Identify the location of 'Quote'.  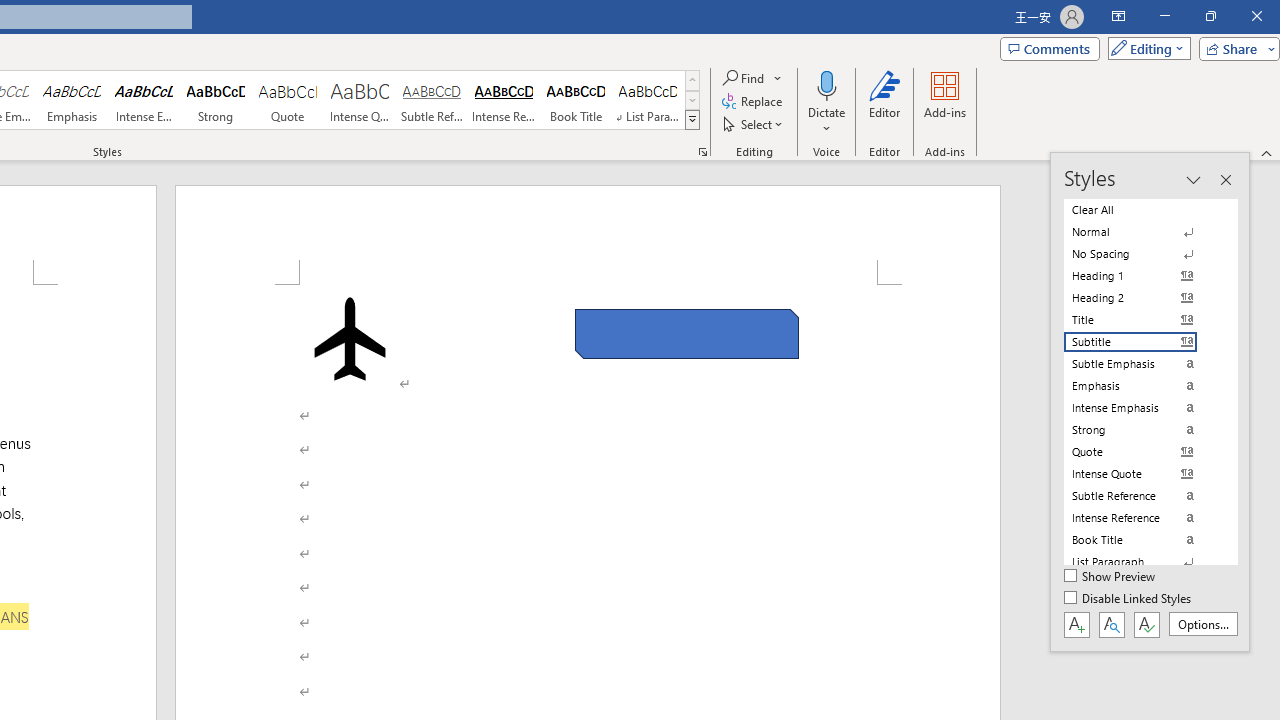
(287, 100).